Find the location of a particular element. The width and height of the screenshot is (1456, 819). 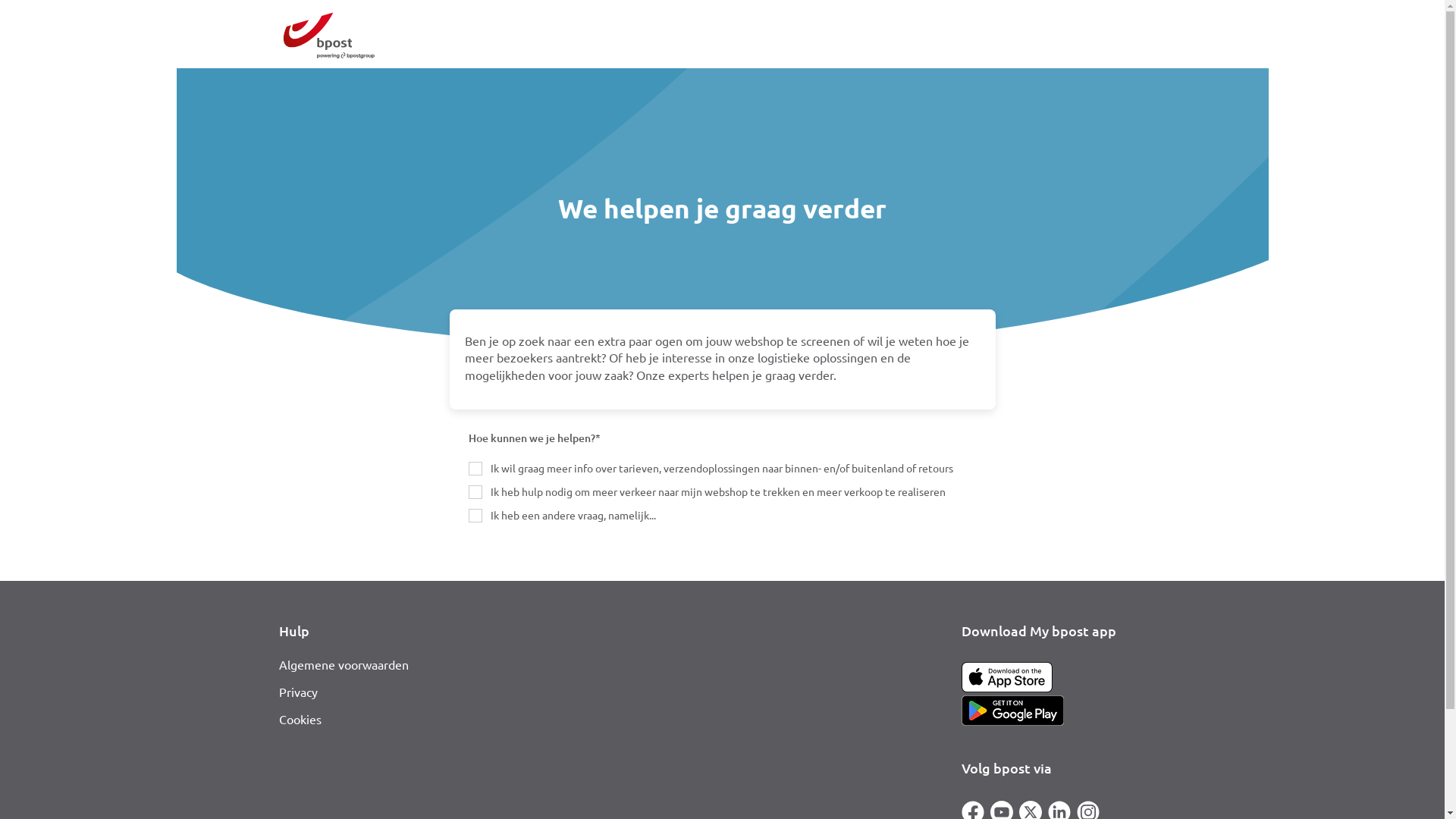

'Cookies' is located at coordinates (300, 718).